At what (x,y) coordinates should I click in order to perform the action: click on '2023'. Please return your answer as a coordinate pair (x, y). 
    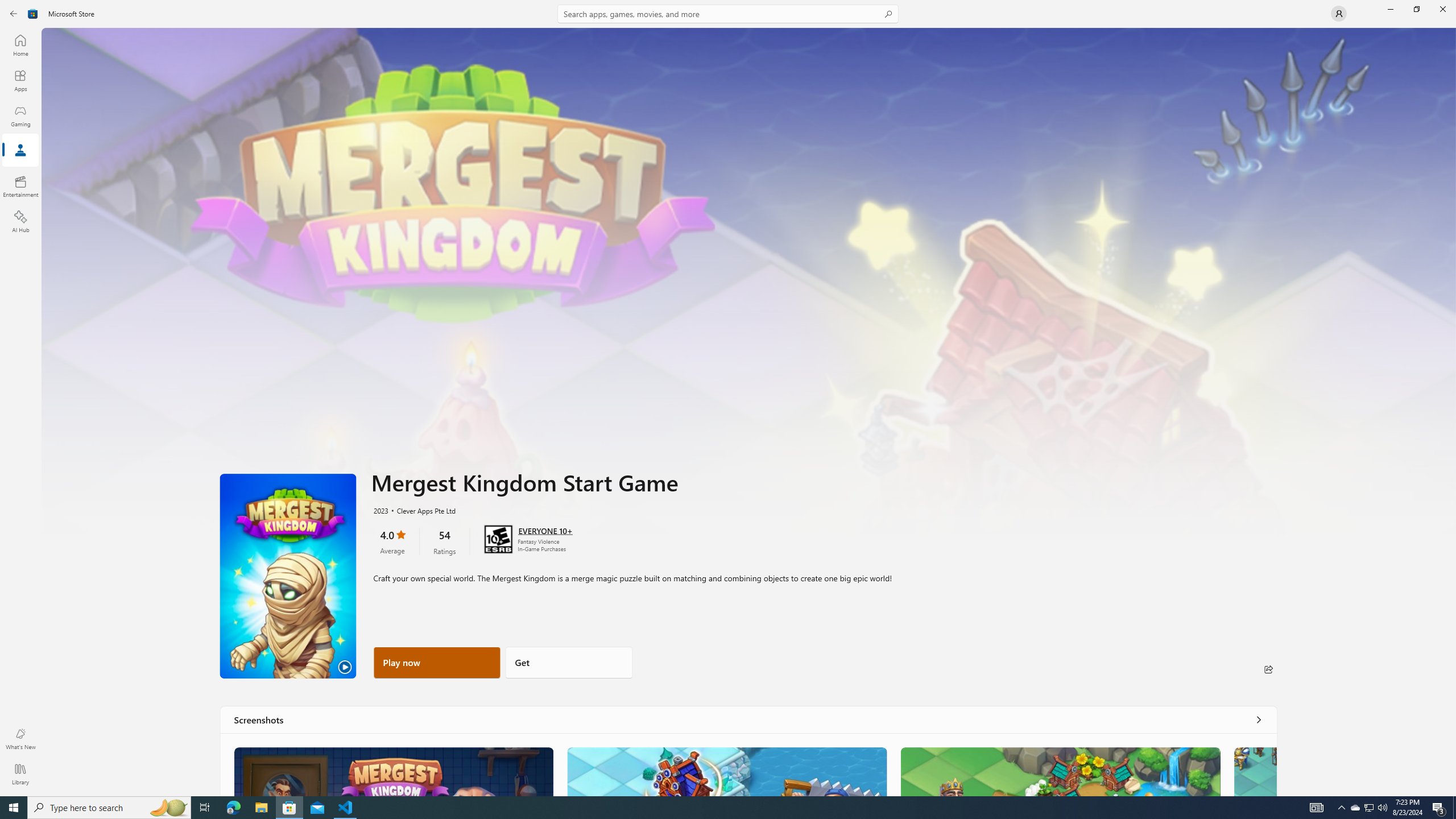
    Looking at the image, I should click on (380, 510).